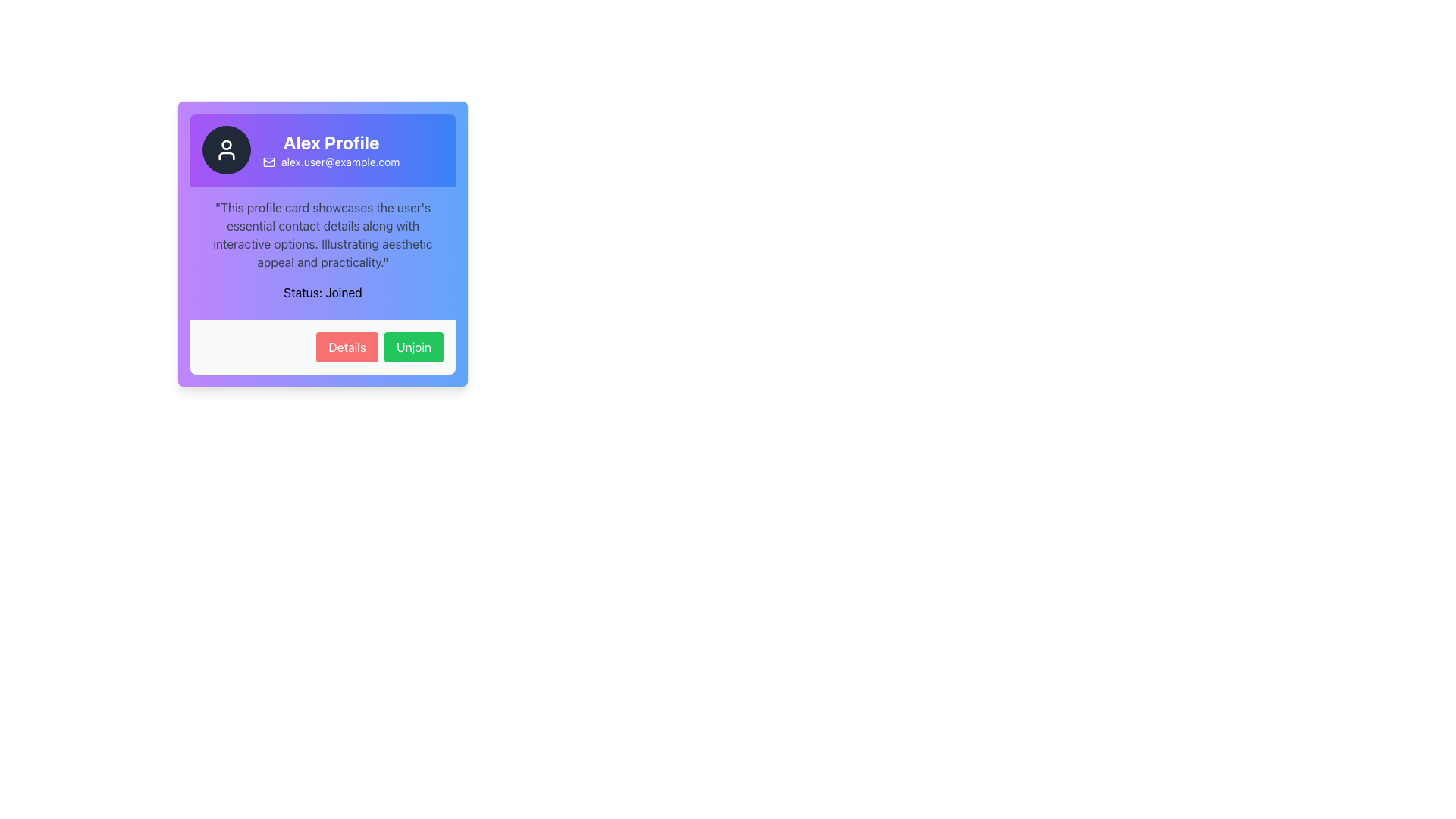  Describe the element at coordinates (414, 347) in the screenshot. I see `the undo button located in the bottom section of the card interface, positioned right next to the red 'Details' button` at that location.